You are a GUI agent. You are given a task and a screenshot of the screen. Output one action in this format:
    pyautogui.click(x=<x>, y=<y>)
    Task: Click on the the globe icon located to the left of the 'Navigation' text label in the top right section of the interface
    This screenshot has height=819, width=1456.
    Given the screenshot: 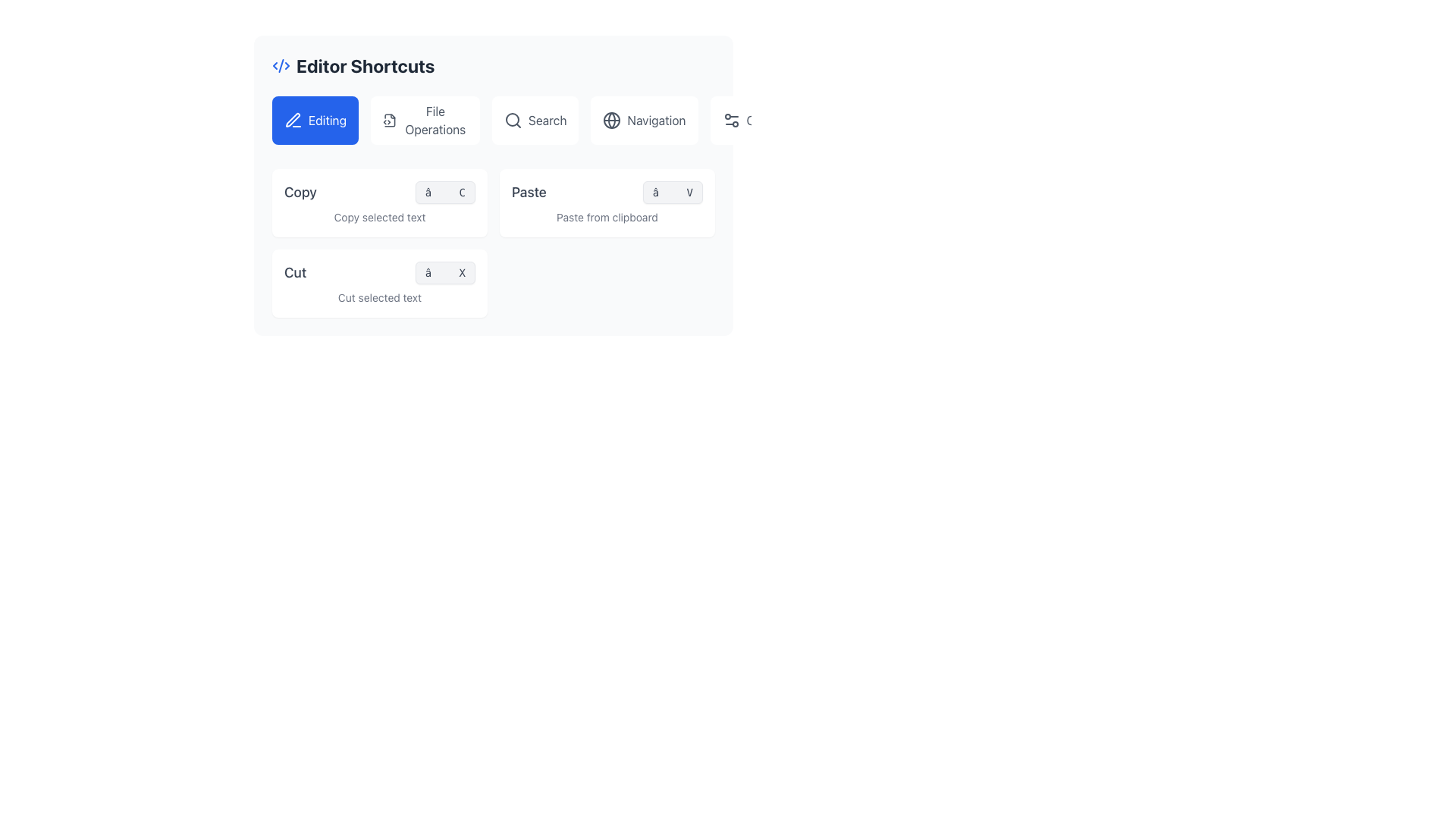 What is the action you would take?
    pyautogui.click(x=612, y=119)
    